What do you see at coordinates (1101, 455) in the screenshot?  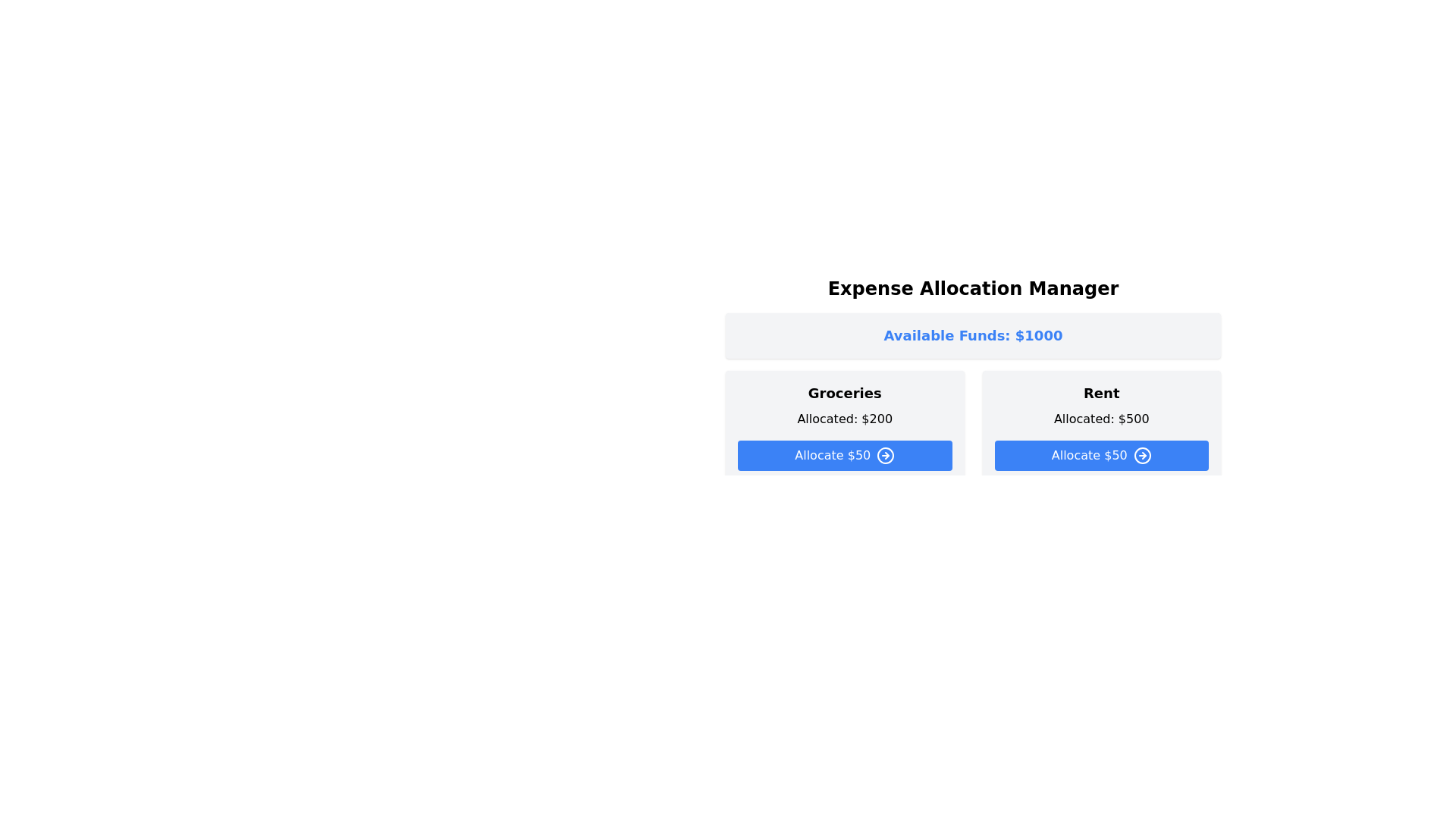 I see `the button labeled 'Allocate $50', which is a rectangular button with a blue background and white text` at bounding box center [1101, 455].